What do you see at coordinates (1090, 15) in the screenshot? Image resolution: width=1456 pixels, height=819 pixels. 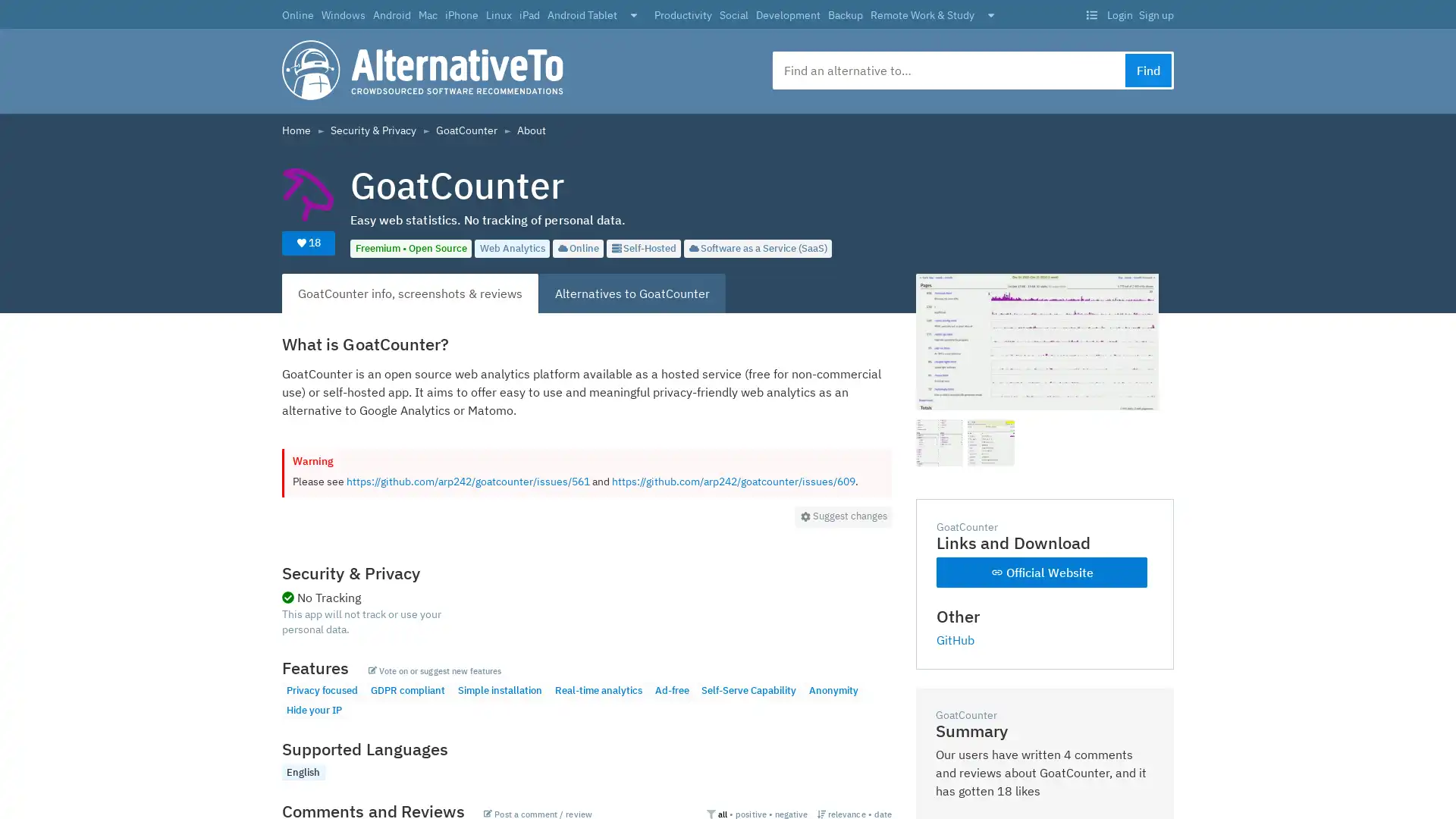 I see `Show Custom Lists` at bounding box center [1090, 15].